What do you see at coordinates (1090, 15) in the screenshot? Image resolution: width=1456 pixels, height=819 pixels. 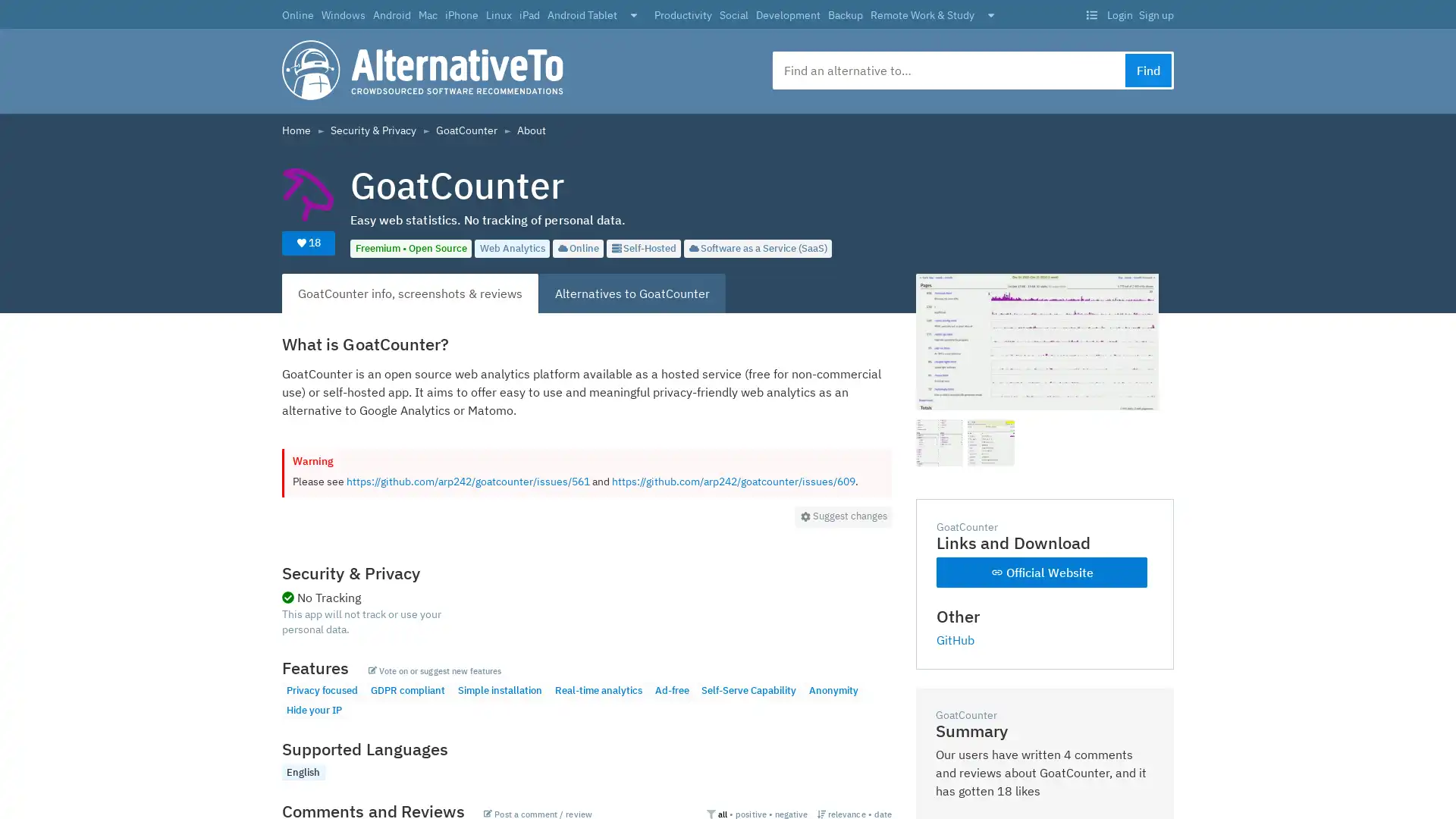 I see `Show Custom Lists` at bounding box center [1090, 15].